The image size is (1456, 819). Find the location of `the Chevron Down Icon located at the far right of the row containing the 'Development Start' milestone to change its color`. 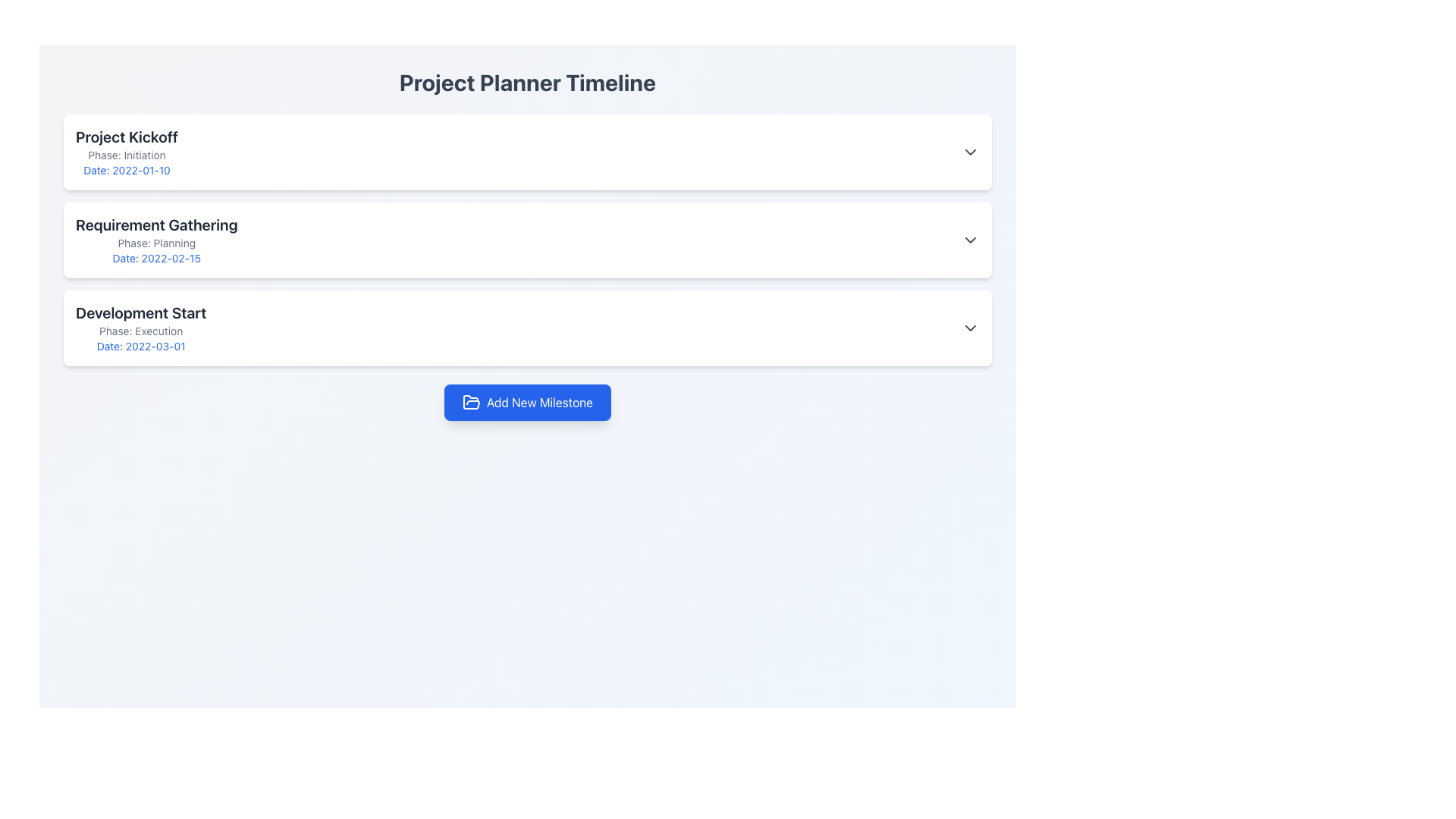

the Chevron Down Icon located at the far right of the row containing the 'Development Start' milestone to change its color is located at coordinates (971, 327).